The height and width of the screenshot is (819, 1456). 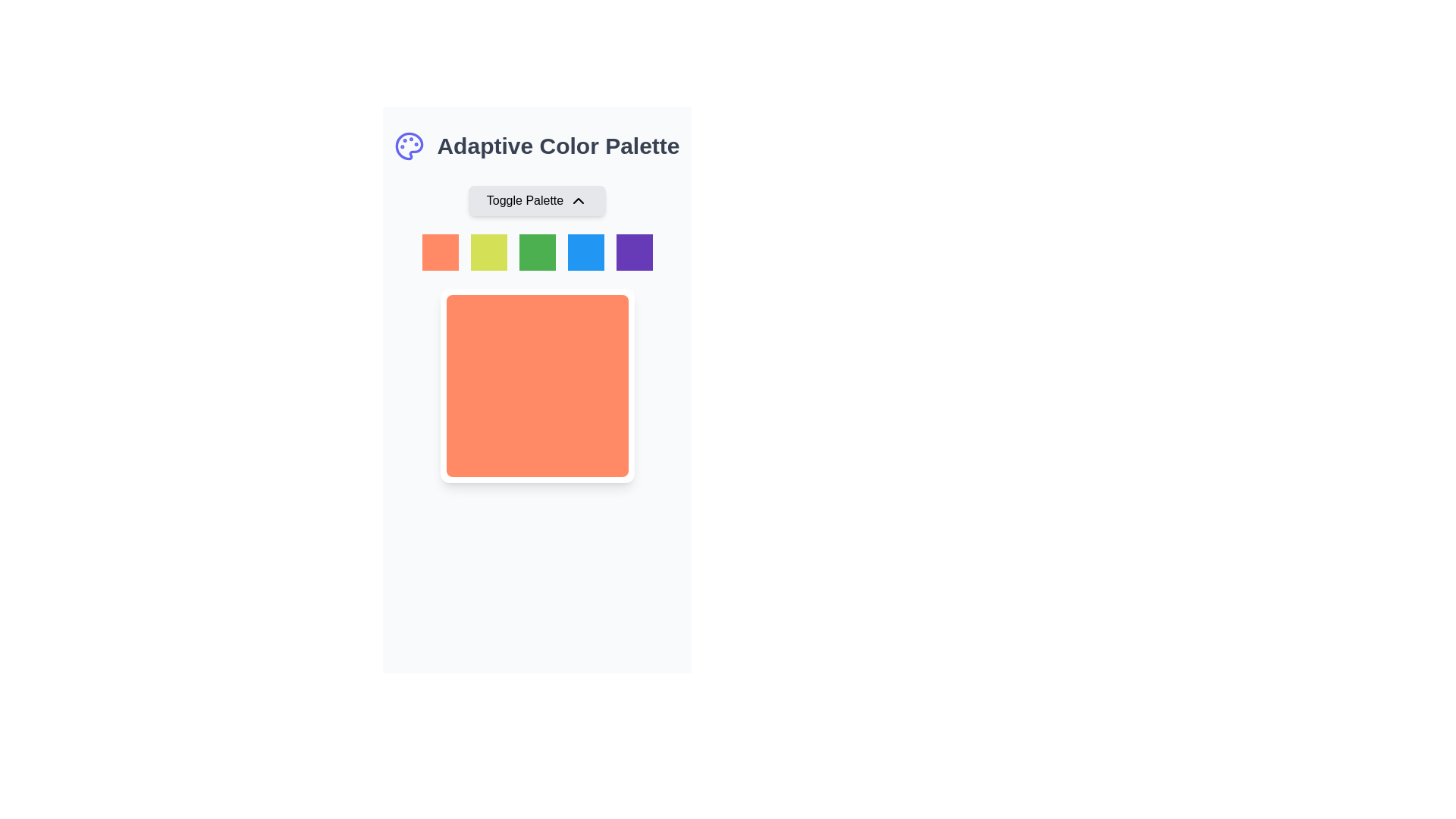 I want to click on the blue color selection button, which is the fourth square in a horizontal line of five, located between a green box and a purple box, so click(x=585, y=251).